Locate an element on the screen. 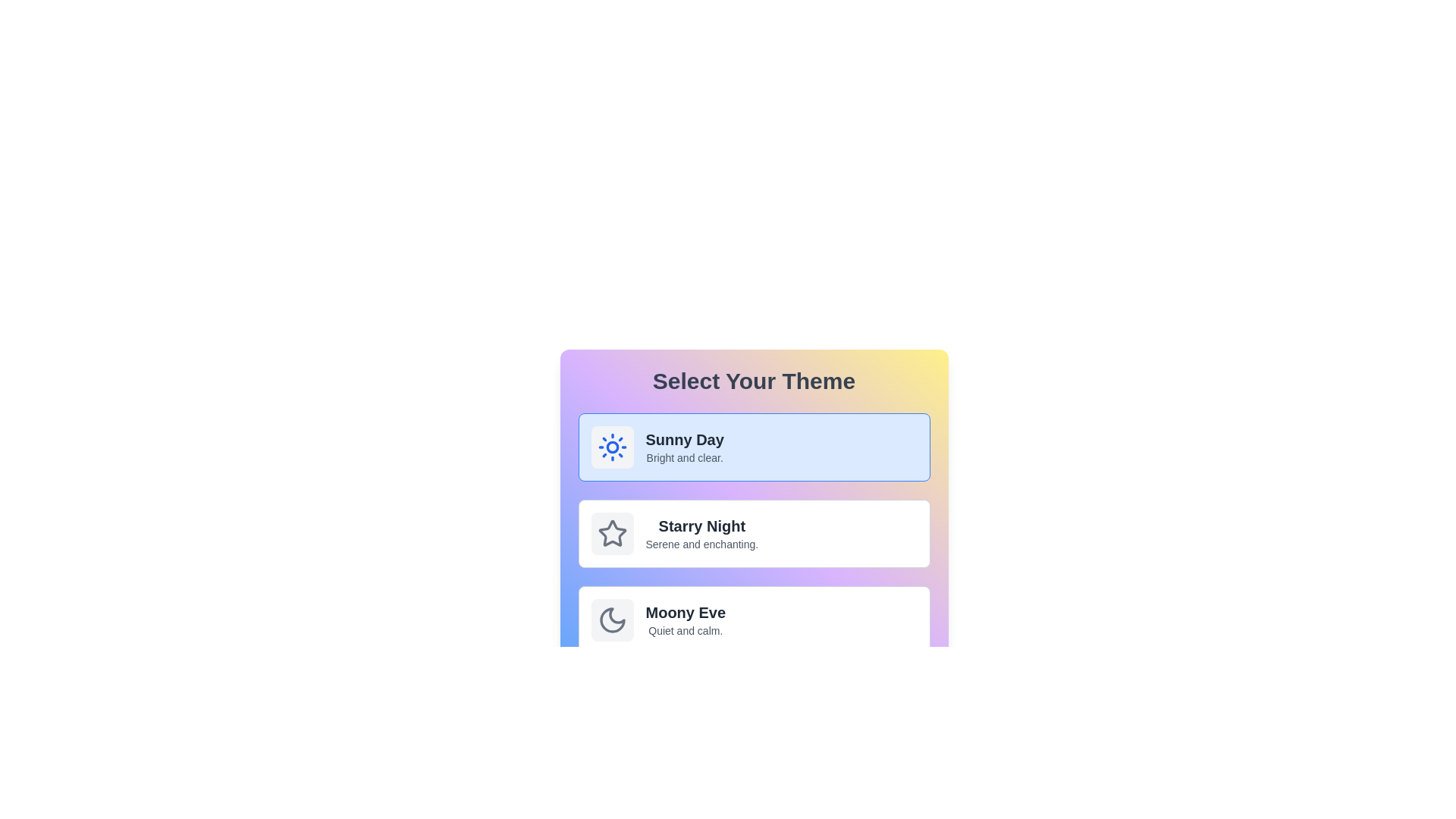 The height and width of the screenshot is (819, 1456). text content of the title and description in the Text block located in the third card item under the 'Select Your Theme' heading, which describes the theme 'Moony Eve.' is located at coordinates (685, 620).